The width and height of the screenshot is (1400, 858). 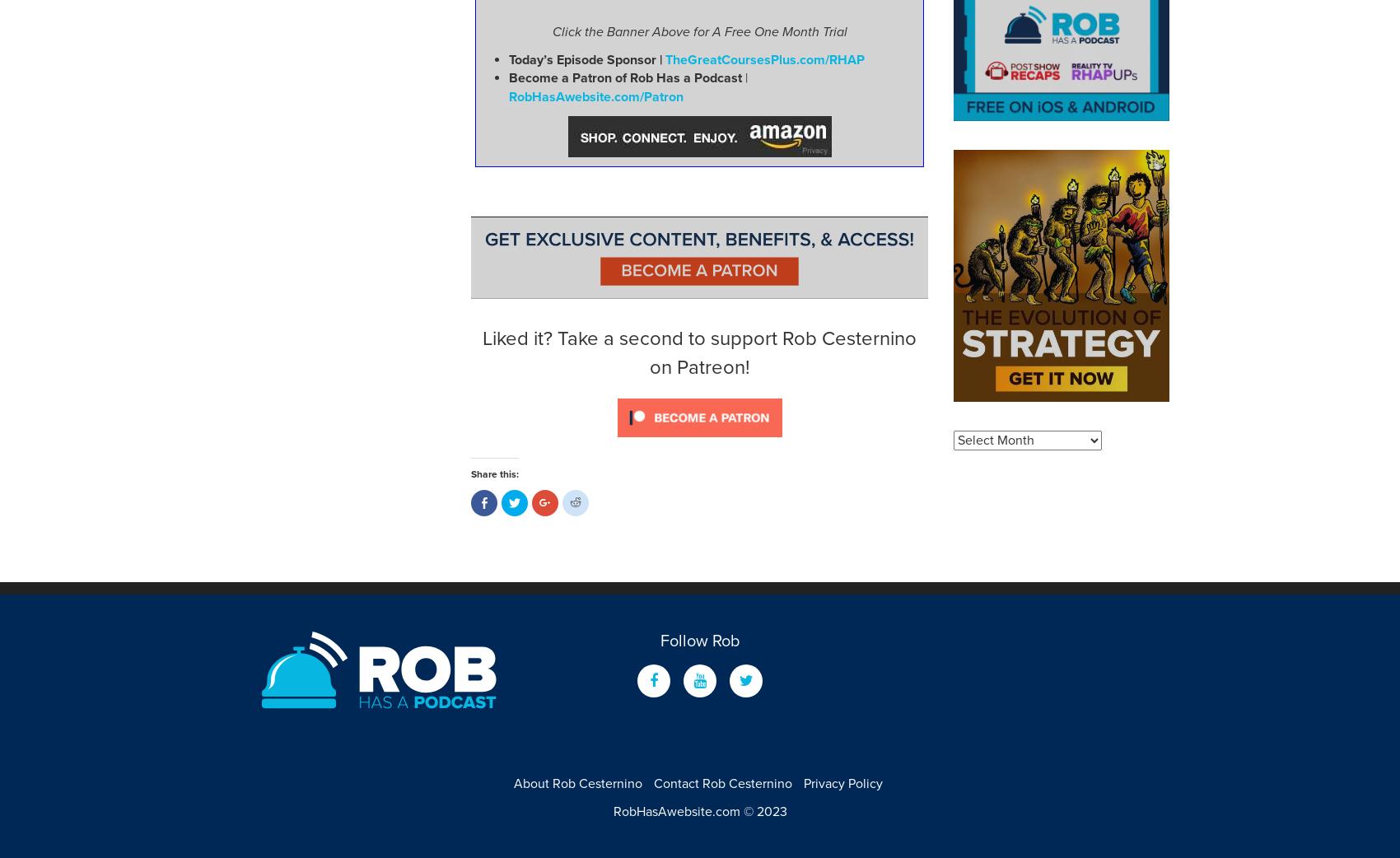 I want to click on 'Follow Rob', so click(x=698, y=640).